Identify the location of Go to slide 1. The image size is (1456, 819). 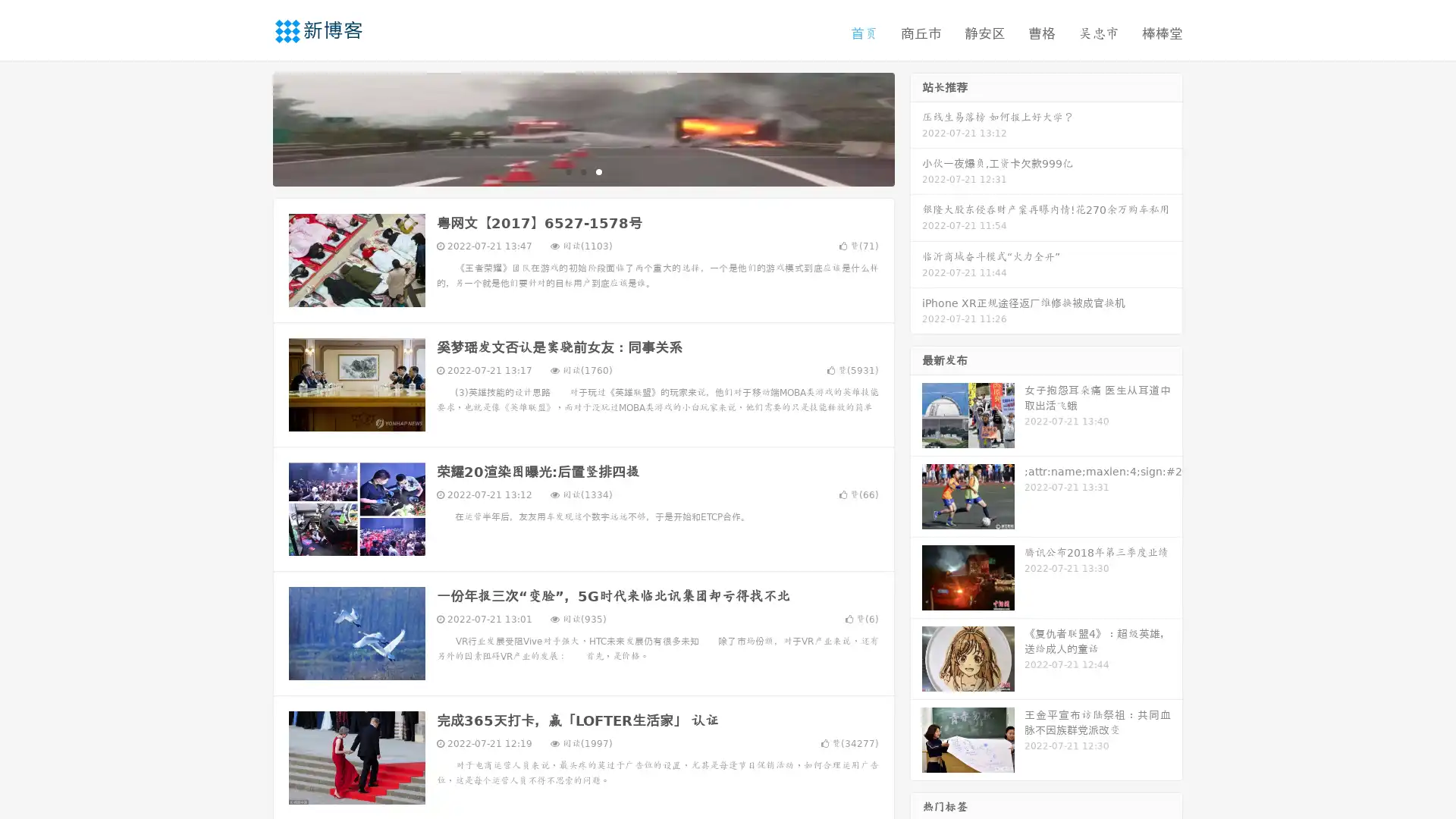
(567, 171).